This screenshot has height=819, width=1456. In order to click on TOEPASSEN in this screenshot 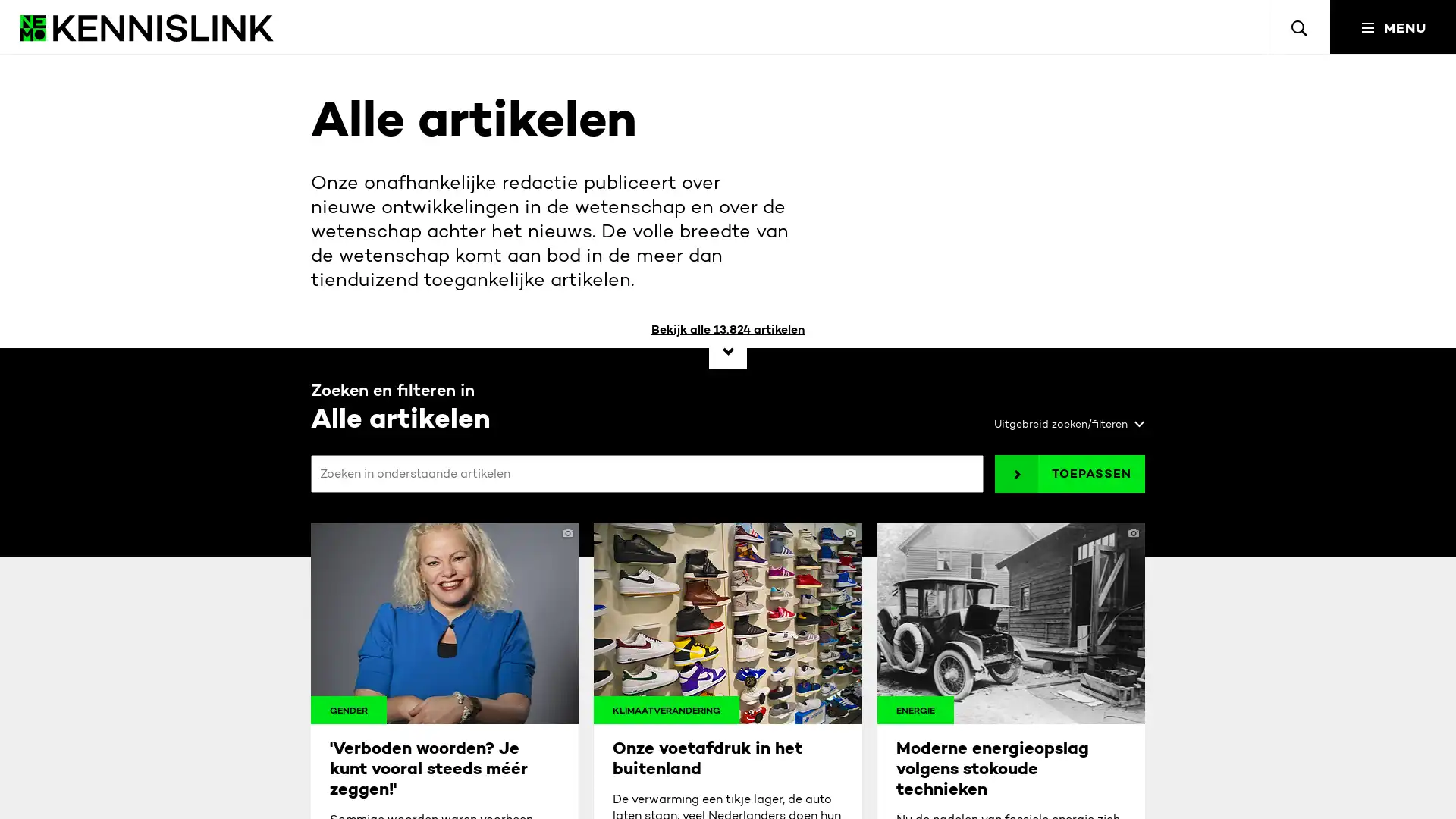, I will do `click(1069, 472)`.